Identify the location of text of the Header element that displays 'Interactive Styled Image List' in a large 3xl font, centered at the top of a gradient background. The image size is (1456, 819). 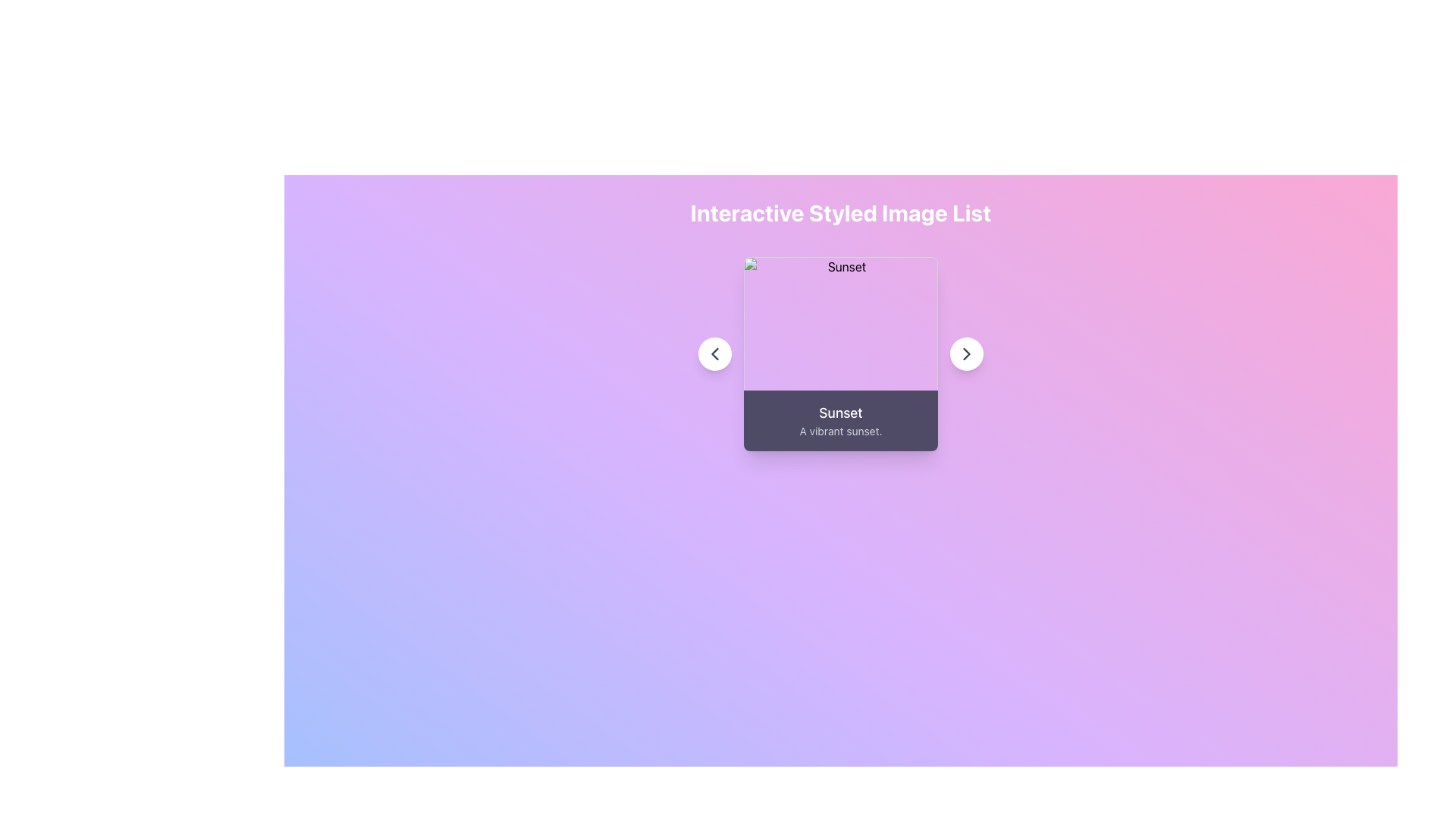
(839, 213).